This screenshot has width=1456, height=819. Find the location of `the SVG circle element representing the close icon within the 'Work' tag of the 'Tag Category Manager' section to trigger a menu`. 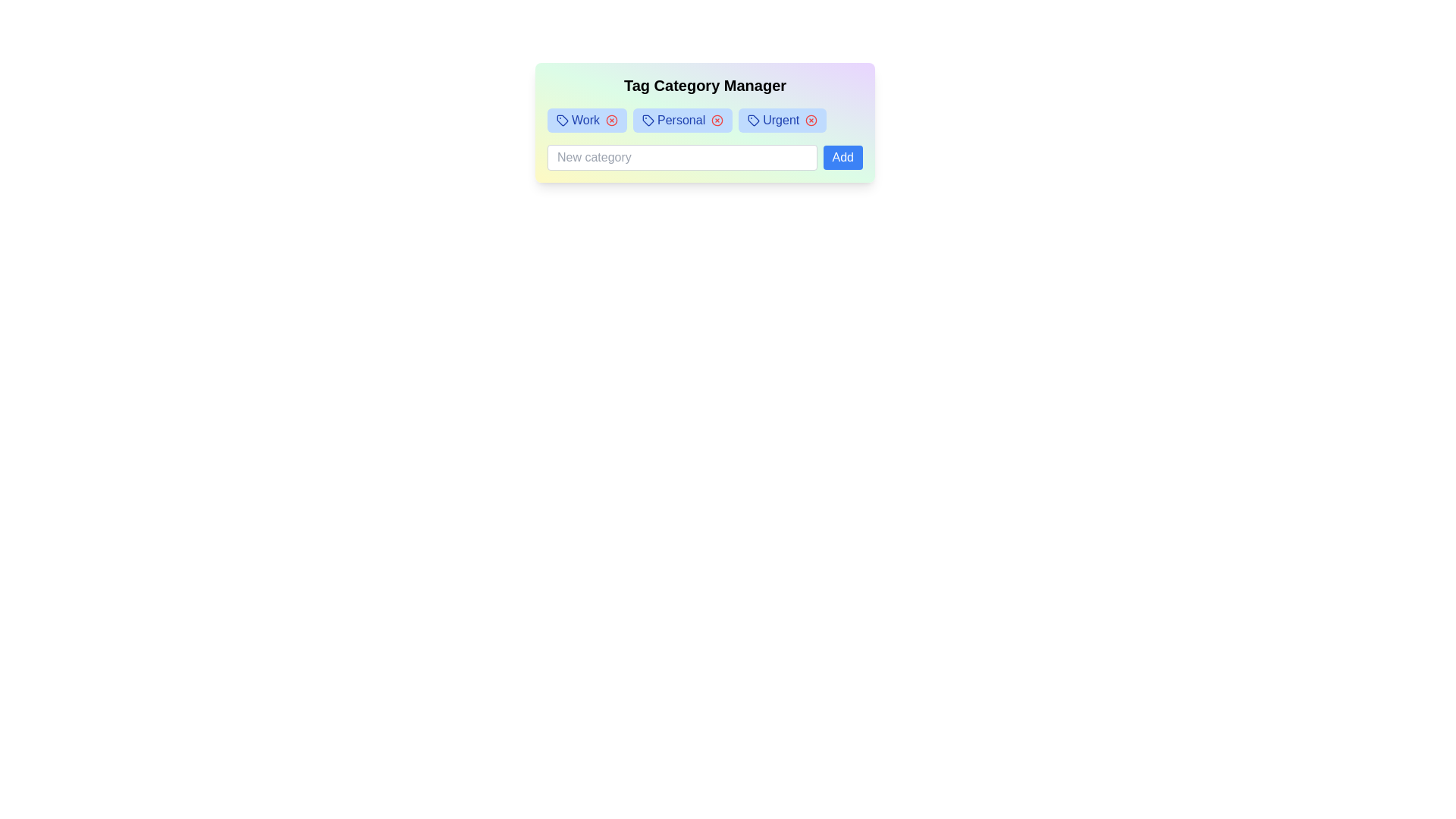

the SVG circle element representing the close icon within the 'Work' tag of the 'Tag Category Manager' section to trigger a menu is located at coordinates (611, 119).